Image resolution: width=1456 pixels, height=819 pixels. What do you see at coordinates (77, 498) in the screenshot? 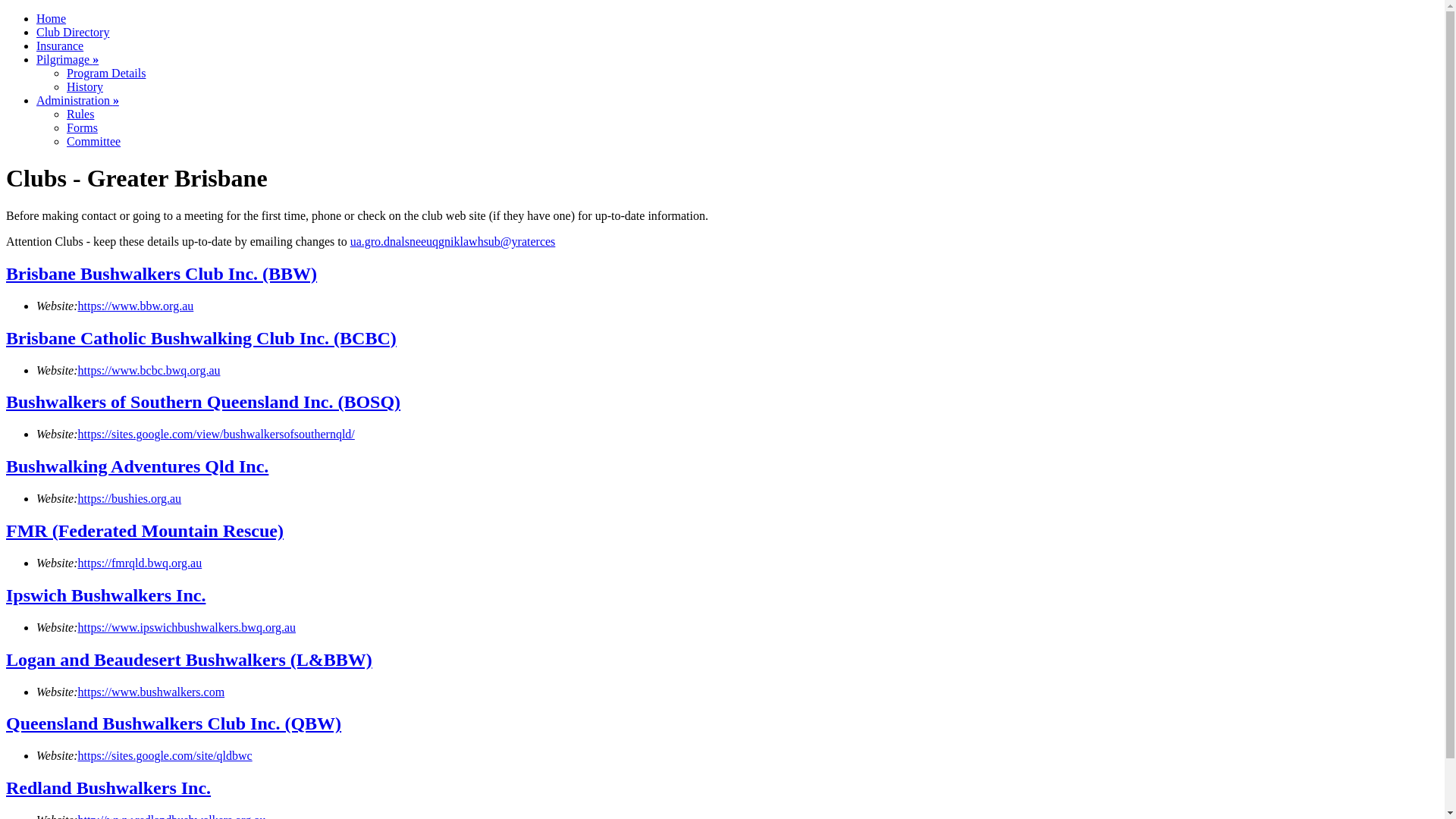
I see `'https://bushies.org.au'` at bounding box center [77, 498].